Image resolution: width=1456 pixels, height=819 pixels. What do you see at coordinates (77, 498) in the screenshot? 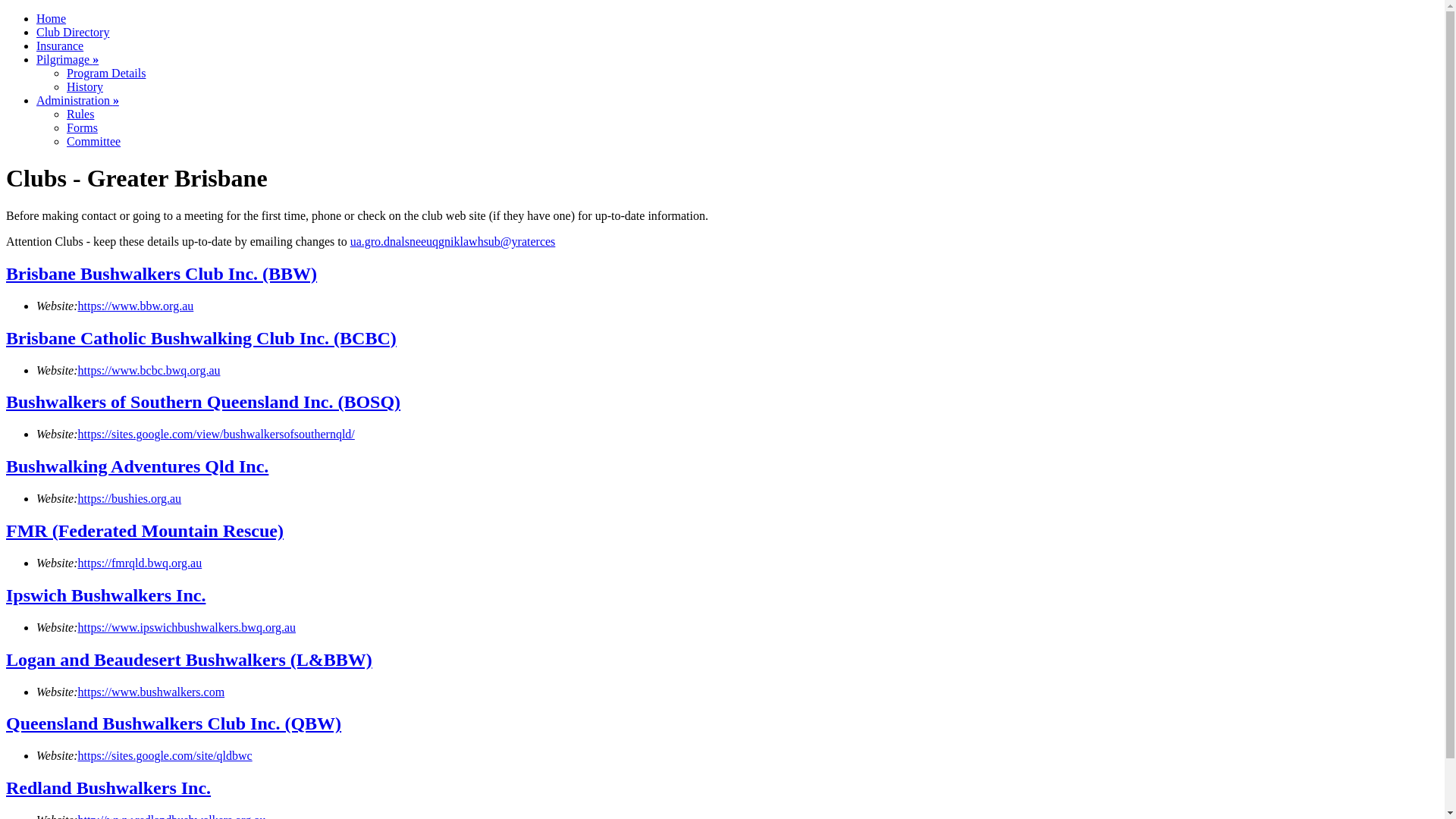
I see `'https://bushies.org.au'` at bounding box center [77, 498].